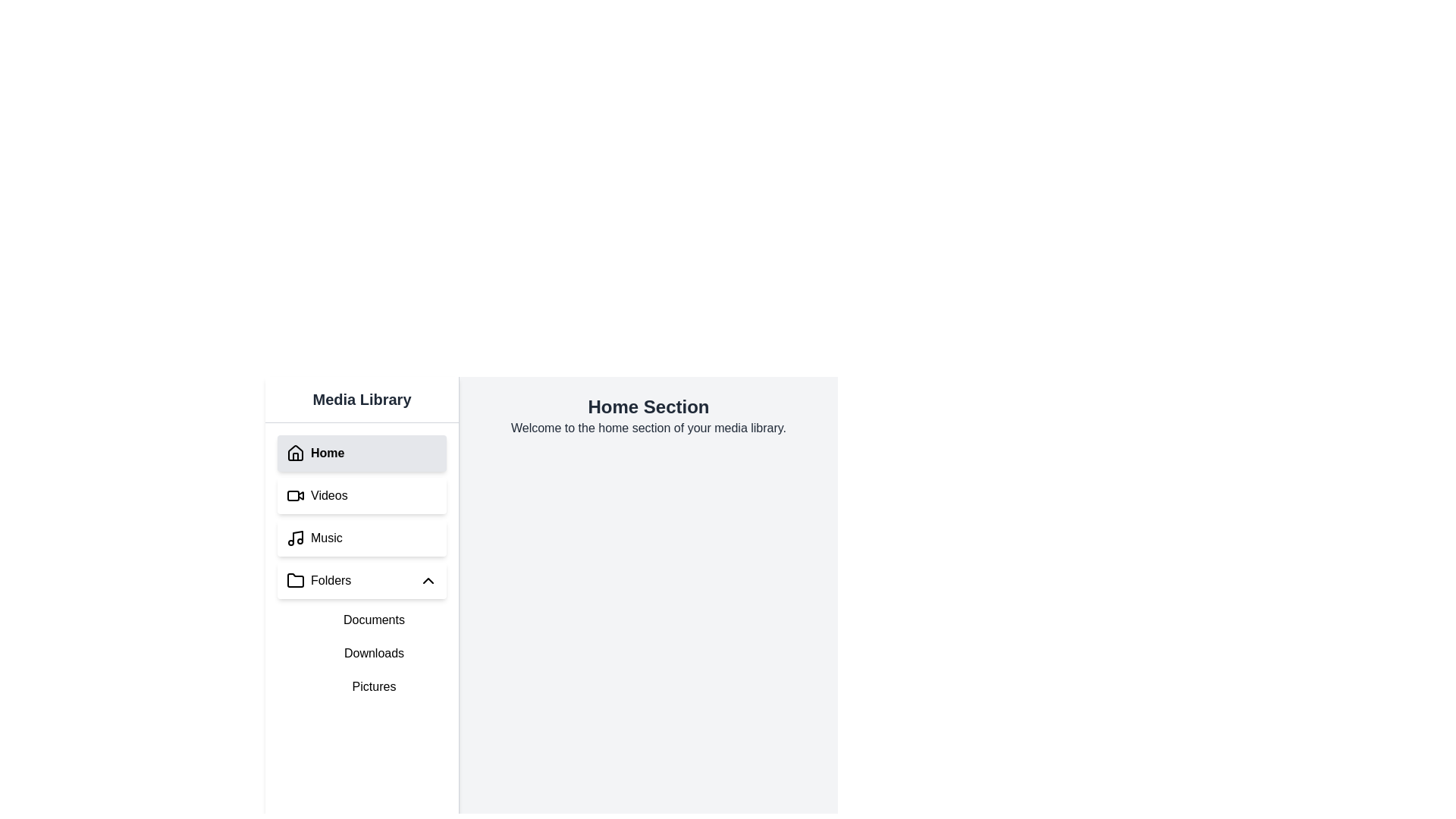 The width and height of the screenshot is (1456, 819). I want to click on the Navigation button labeled 'Folders', so click(318, 580).